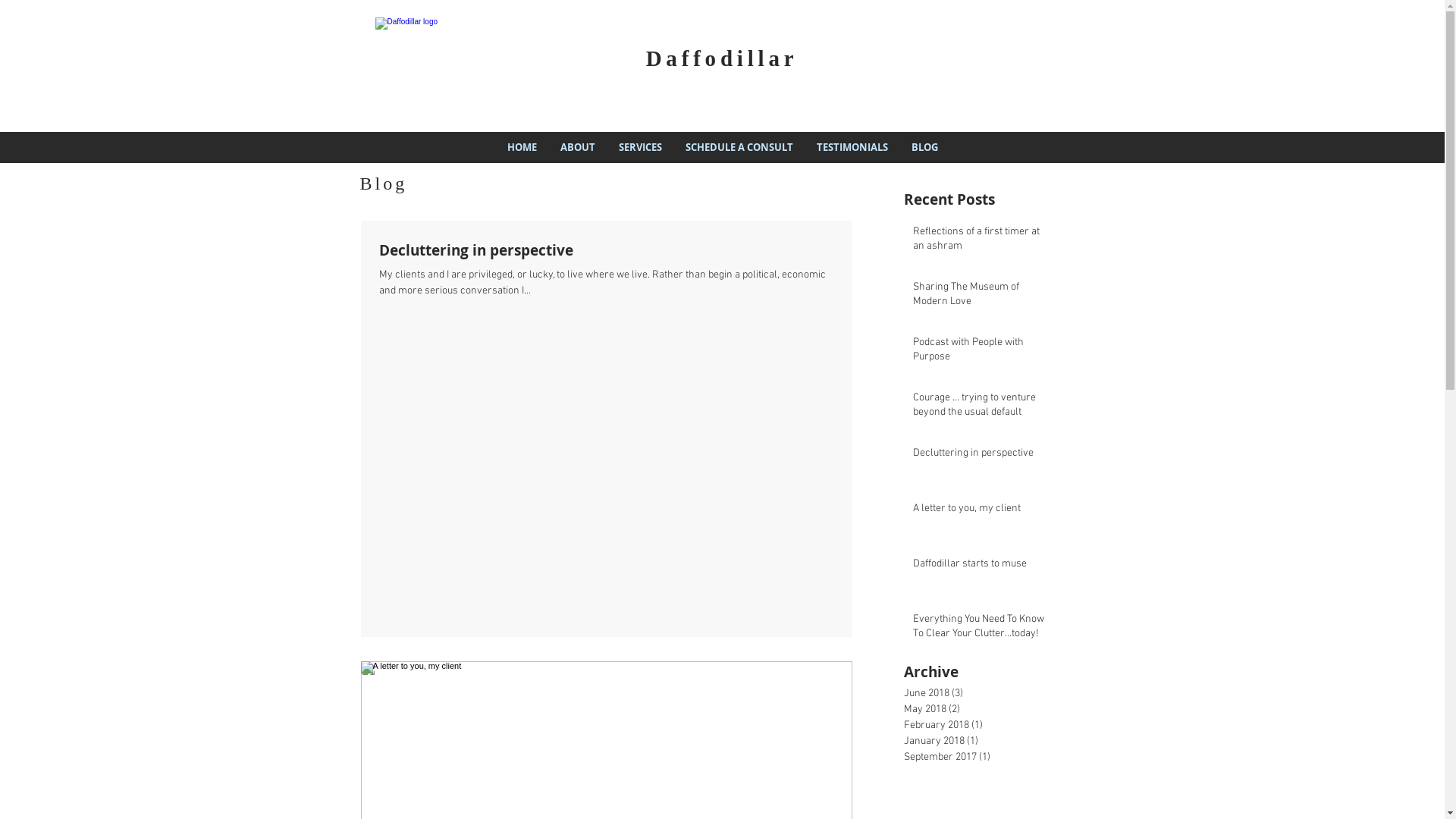  I want to click on 'January 2018 (1)', so click(983, 740).